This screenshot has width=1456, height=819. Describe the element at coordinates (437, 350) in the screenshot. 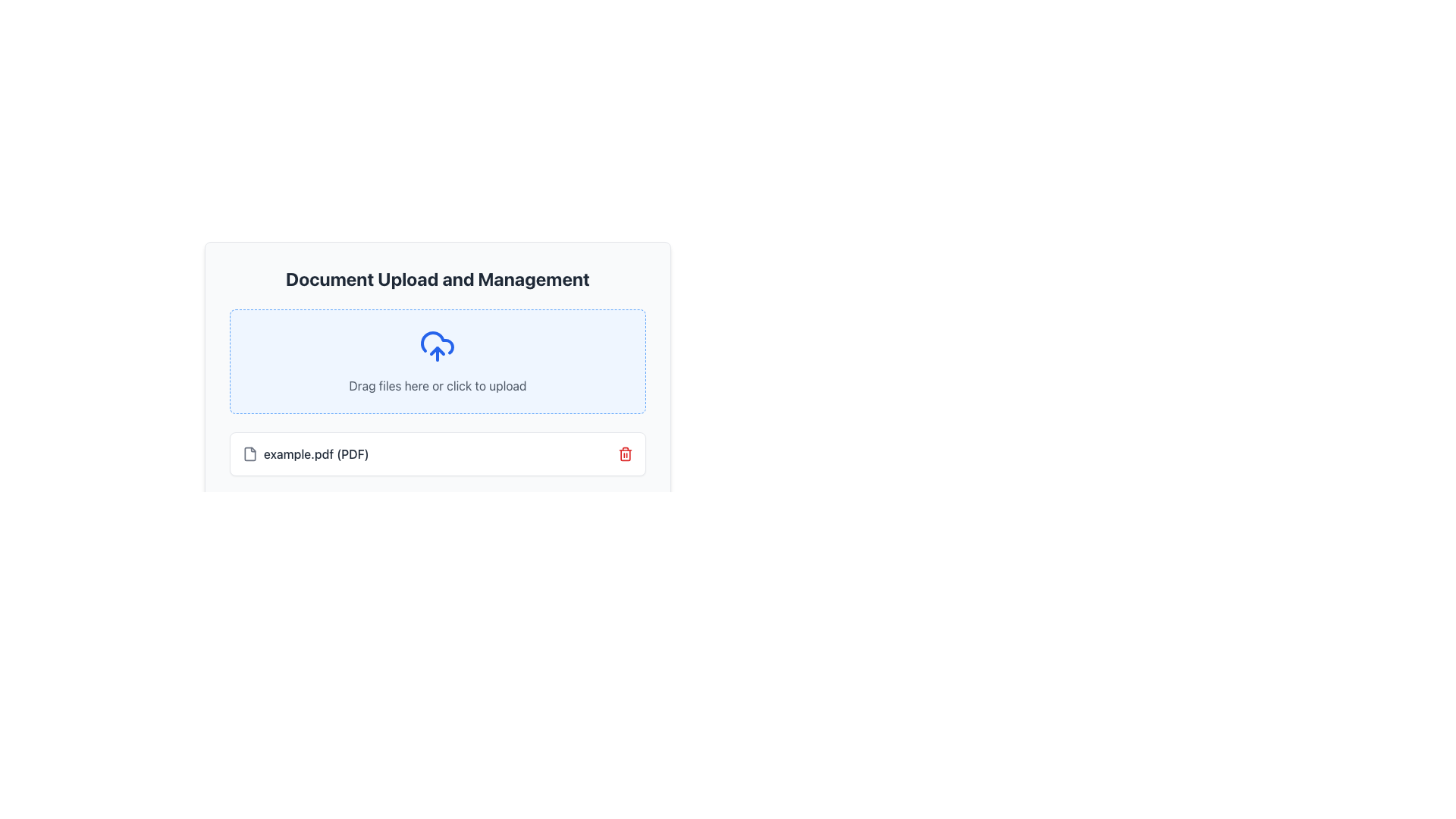

I see `the upward-pointing arrow icon, which is a simple line drawing located centrally within the larger cloud icon in the upload section of the user interface` at that location.